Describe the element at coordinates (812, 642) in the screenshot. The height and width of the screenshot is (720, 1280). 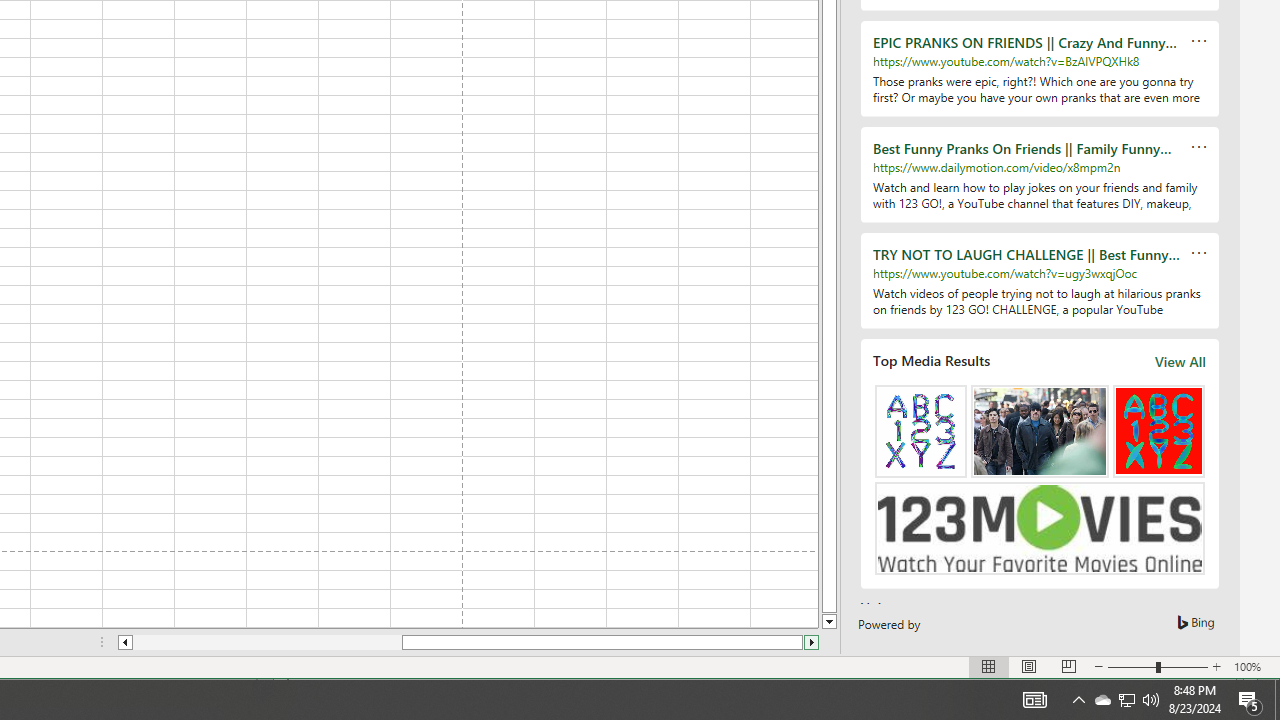
I see `'Column right'` at that location.